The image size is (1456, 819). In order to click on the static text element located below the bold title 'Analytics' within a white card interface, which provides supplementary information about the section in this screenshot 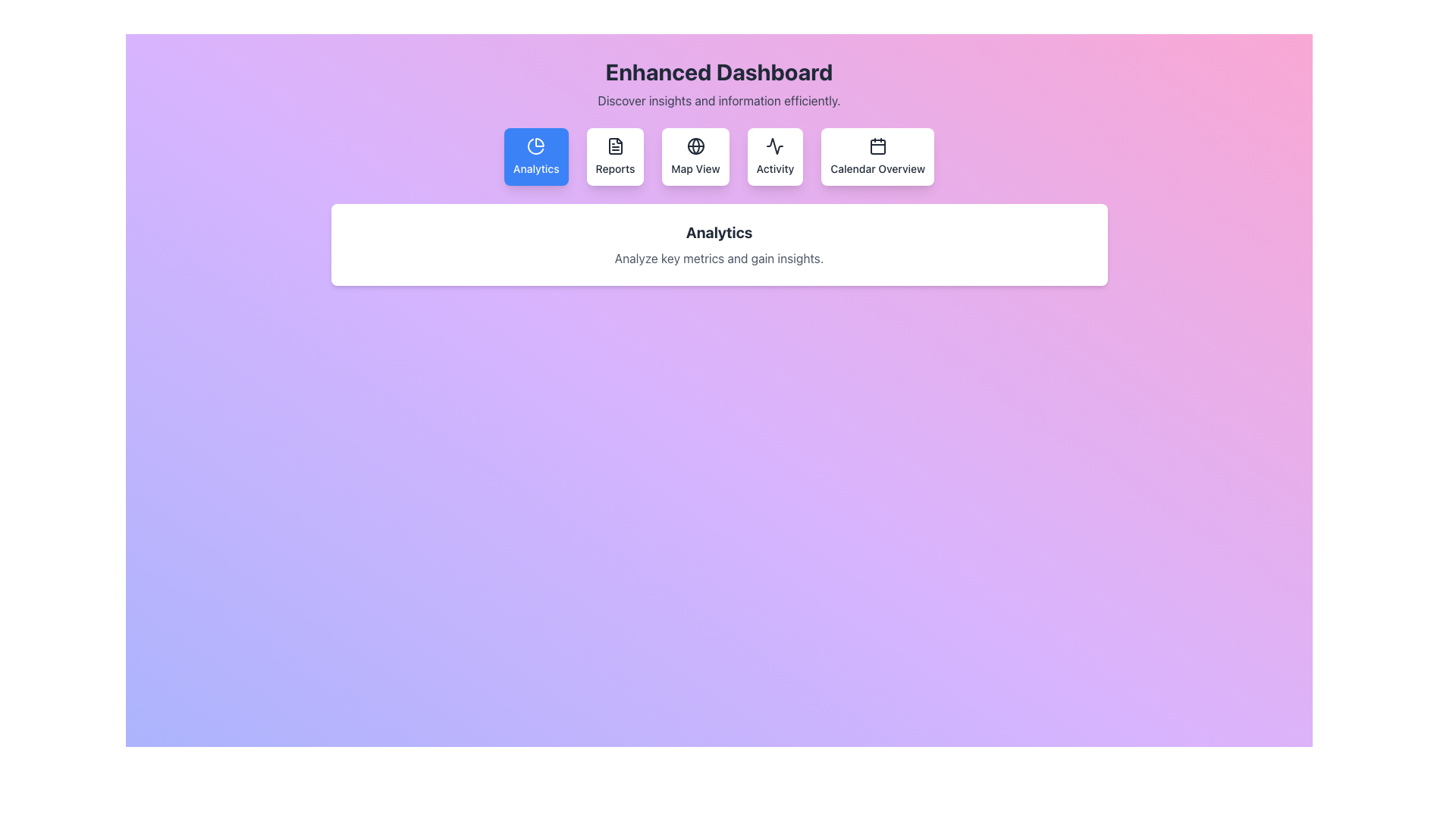, I will do `click(718, 257)`.